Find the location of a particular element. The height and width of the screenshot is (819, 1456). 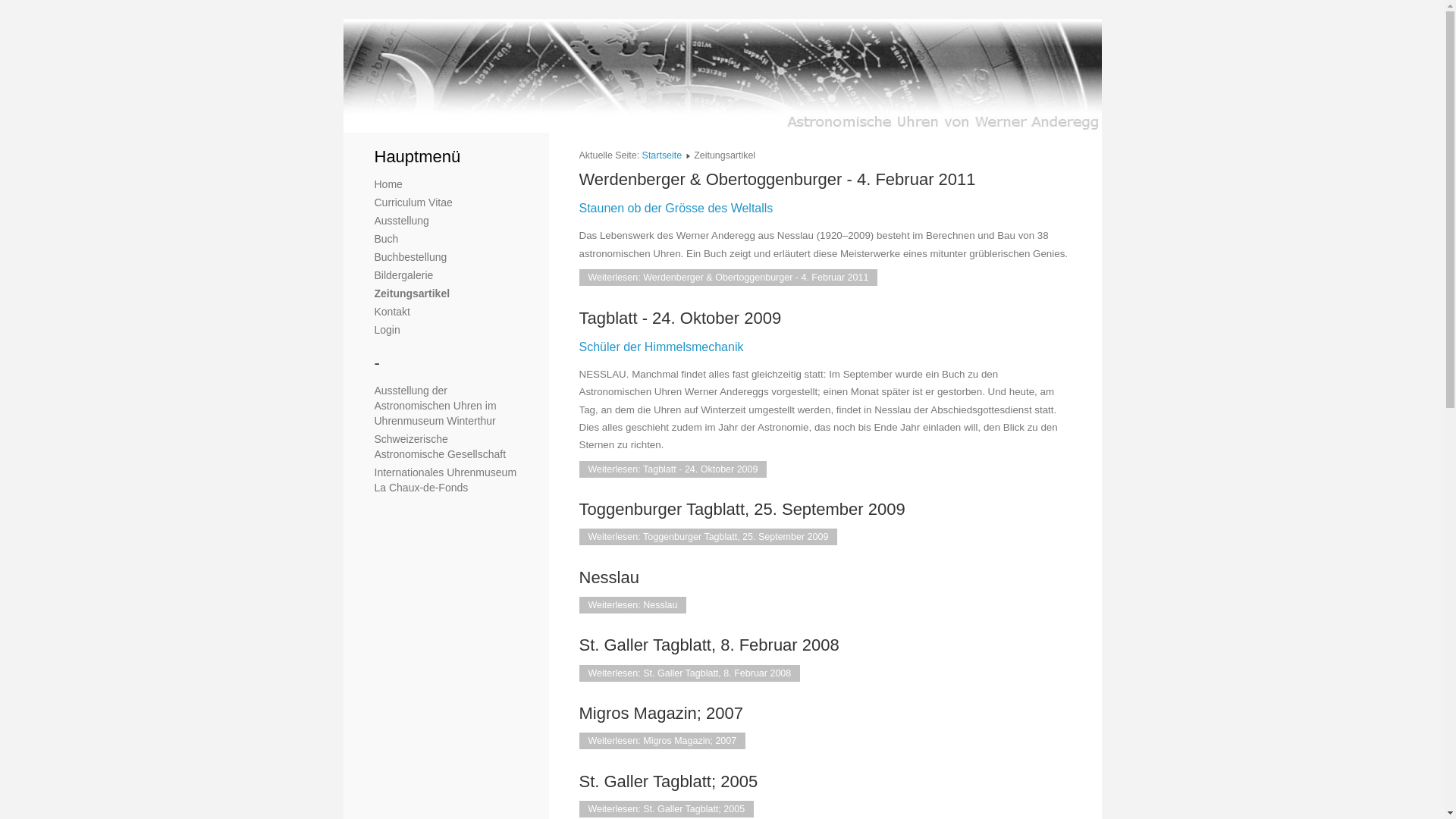

'Weiterlesen: Nesslau' is located at coordinates (633, 604).